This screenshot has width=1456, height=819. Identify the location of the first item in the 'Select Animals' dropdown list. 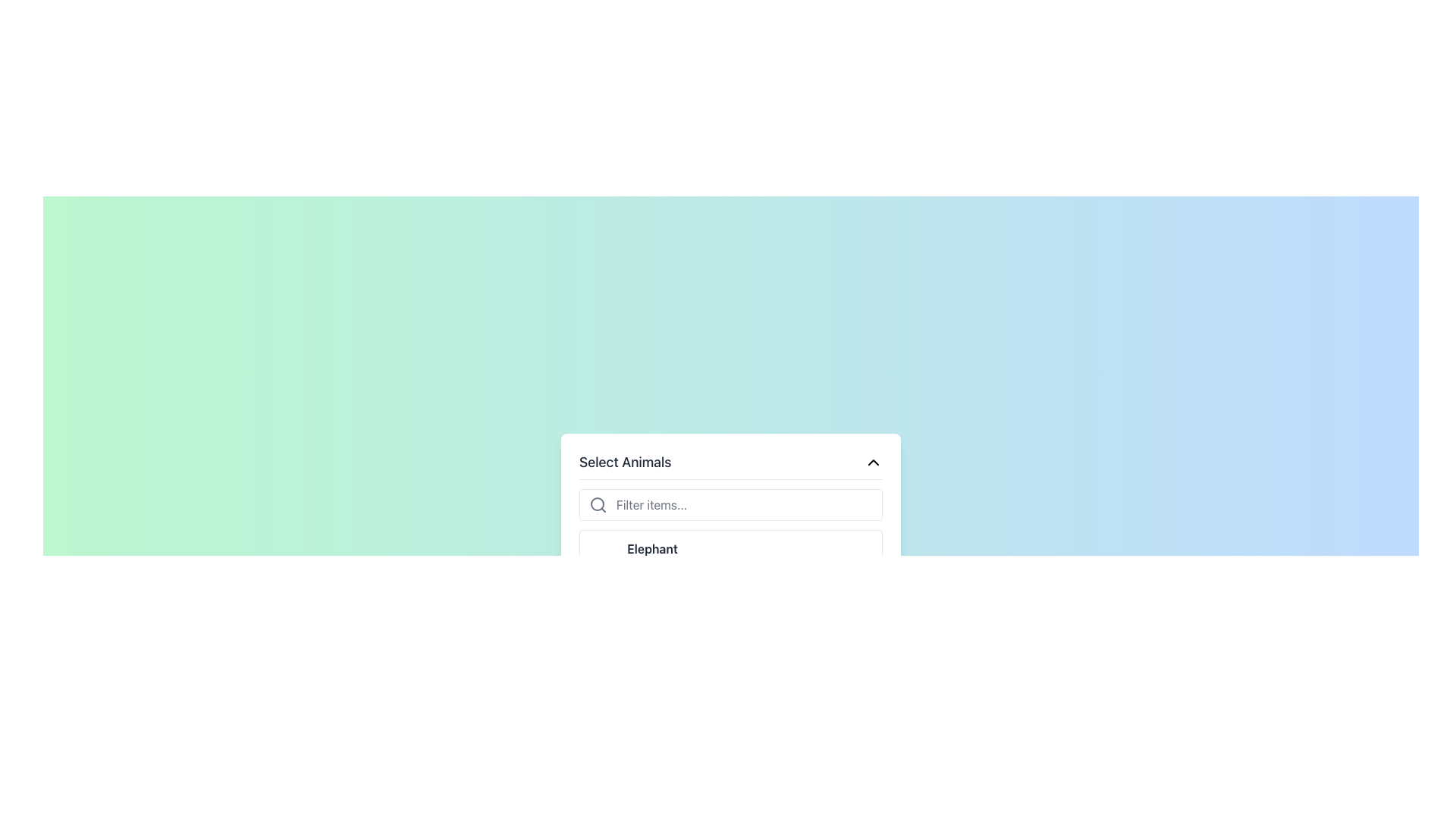
(731, 555).